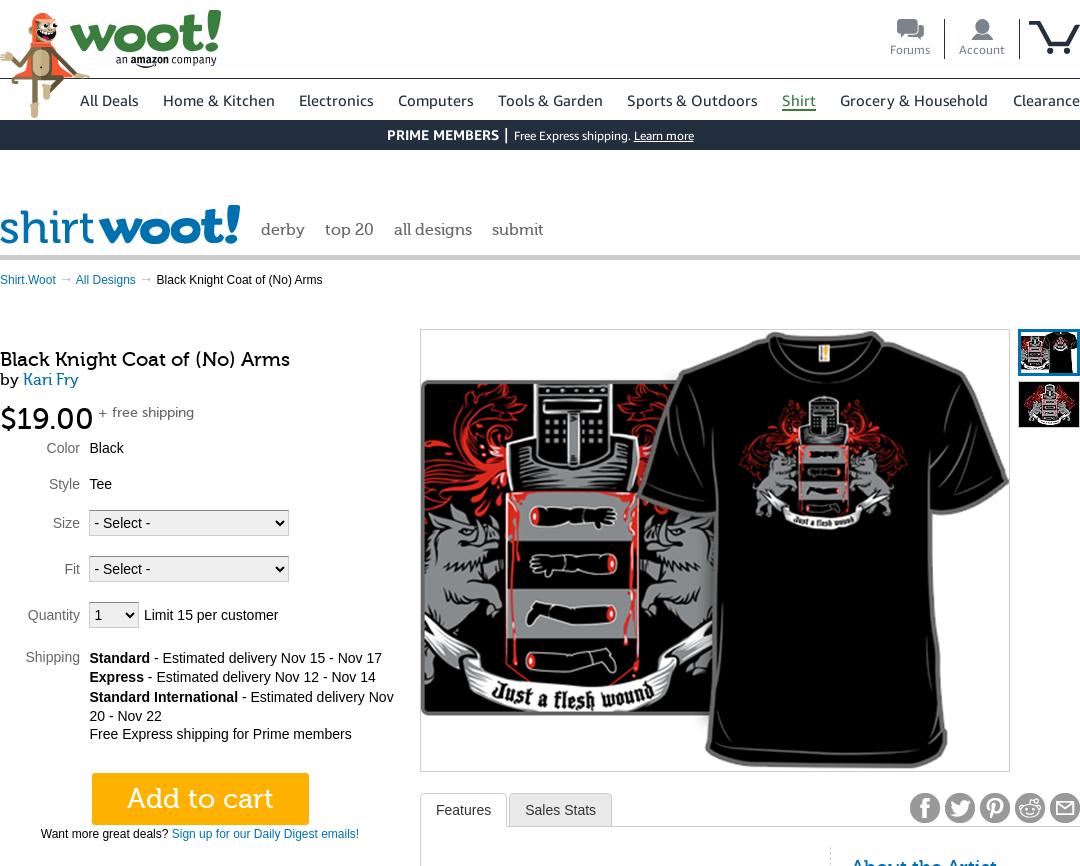  What do you see at coordinates (441, 134) in the screenshot?
I see `'PRIME MEMBERS'` at bounding box center [441, 134].